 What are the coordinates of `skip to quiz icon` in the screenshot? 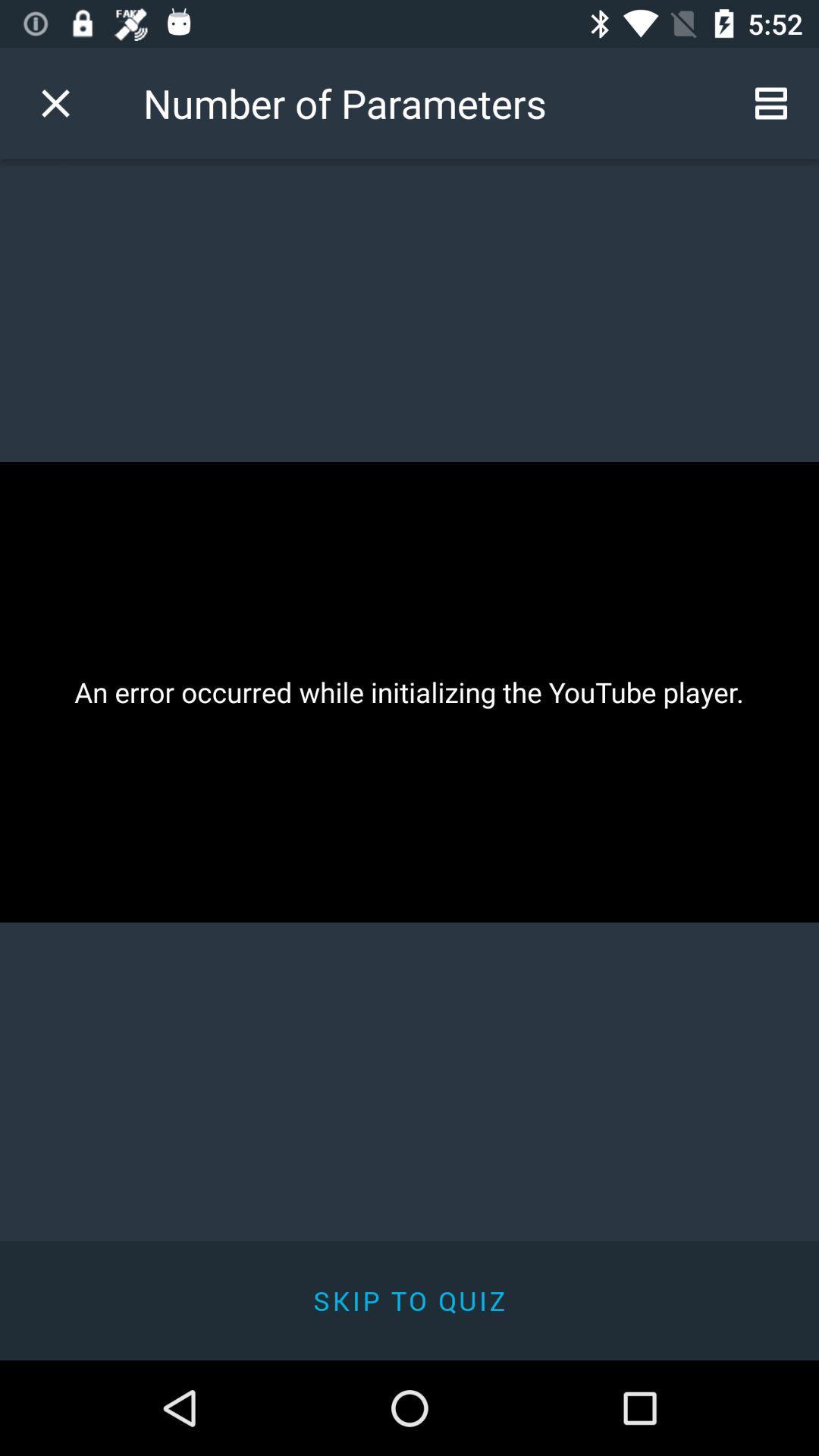 It's located at (409, 1300).